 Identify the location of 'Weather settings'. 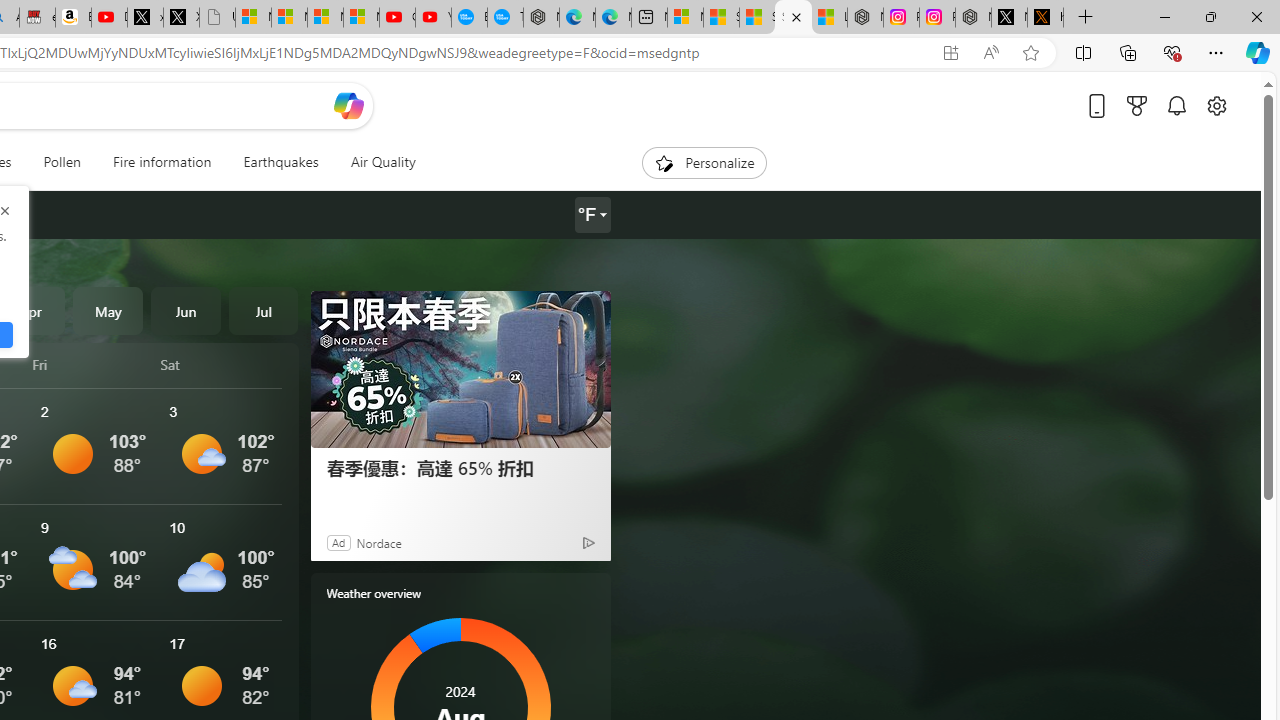
(591, 215).